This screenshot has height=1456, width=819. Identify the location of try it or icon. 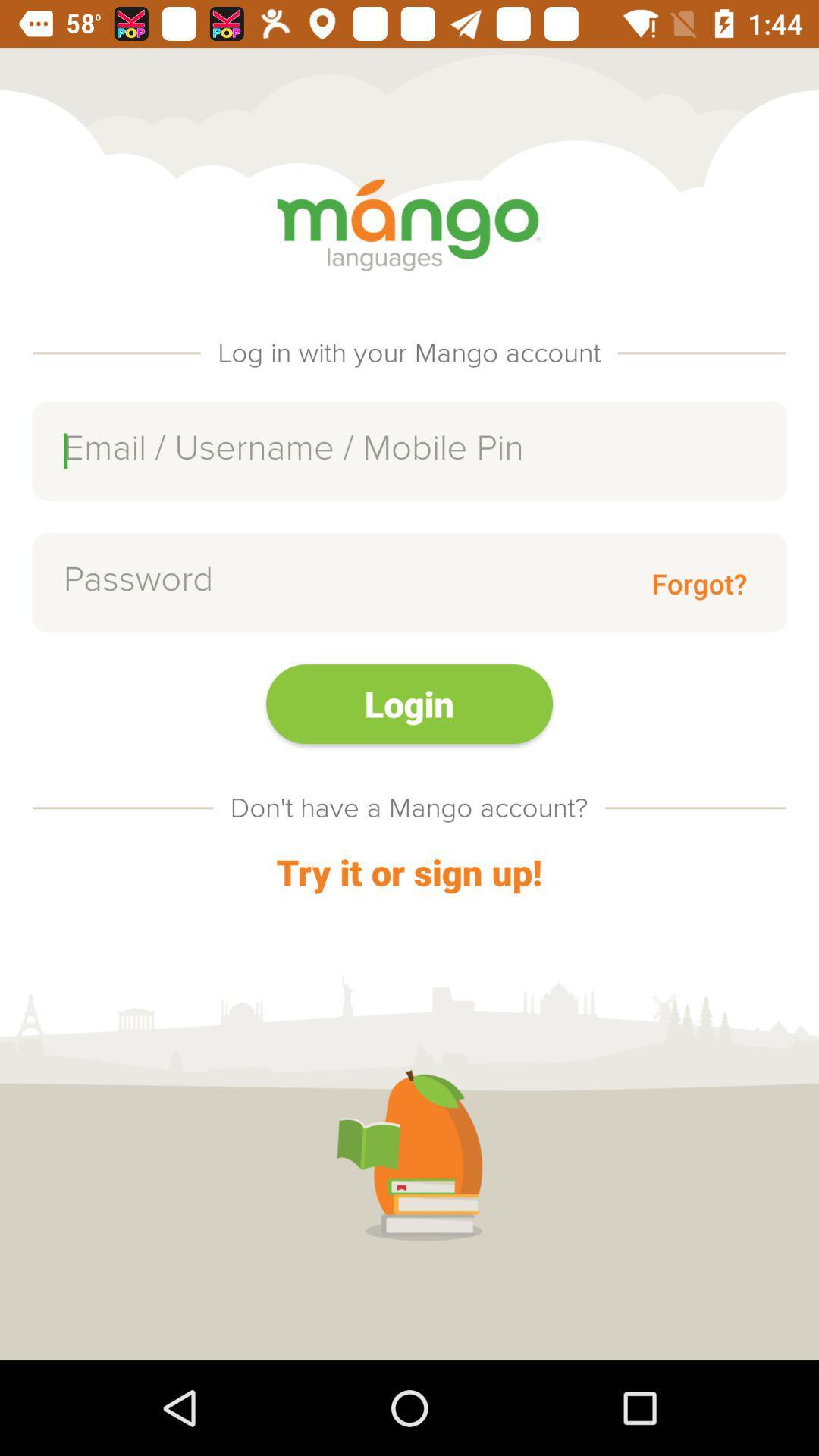
(408, 872).